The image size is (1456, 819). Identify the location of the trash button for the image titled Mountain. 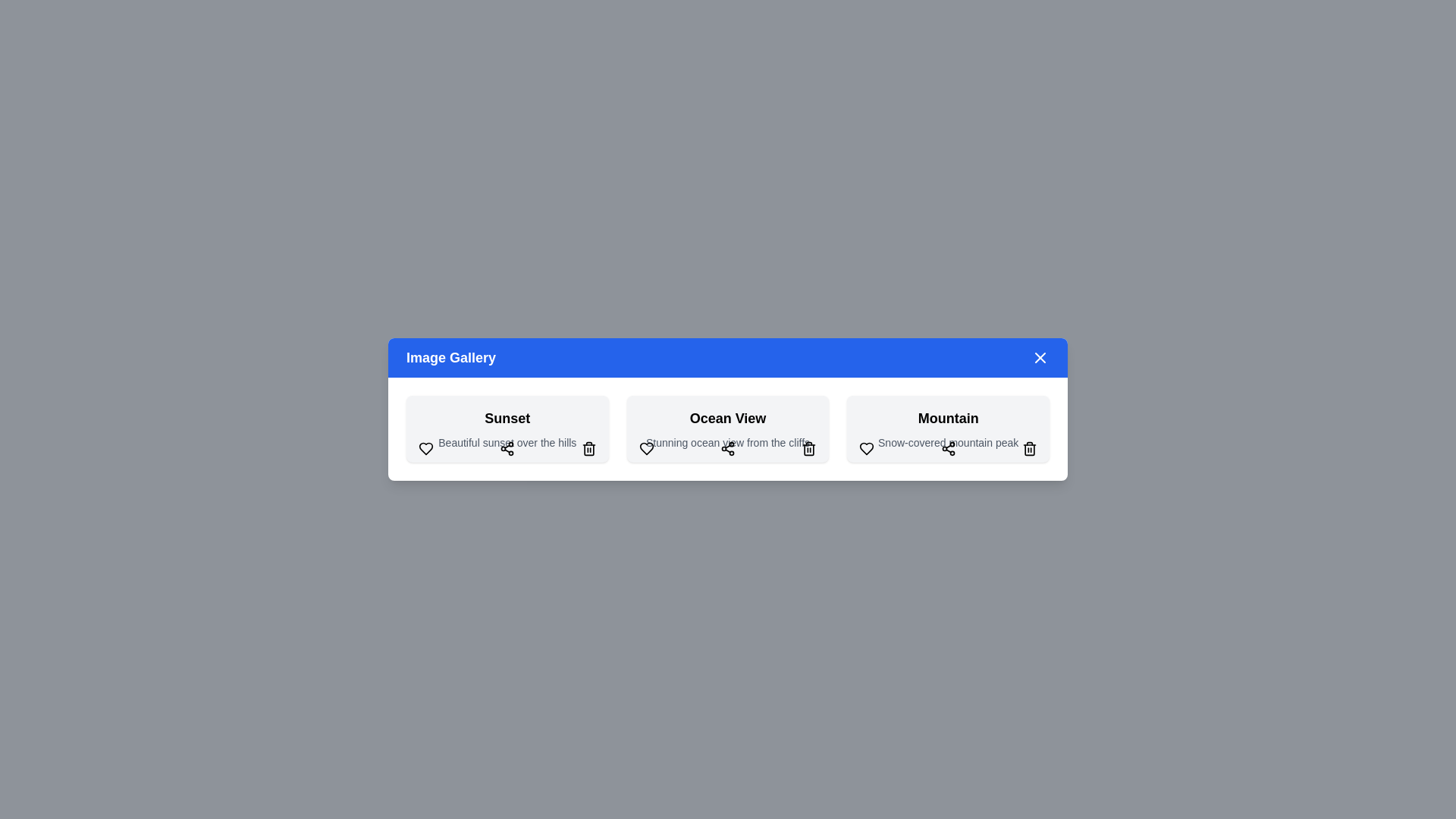
(1030, 447).